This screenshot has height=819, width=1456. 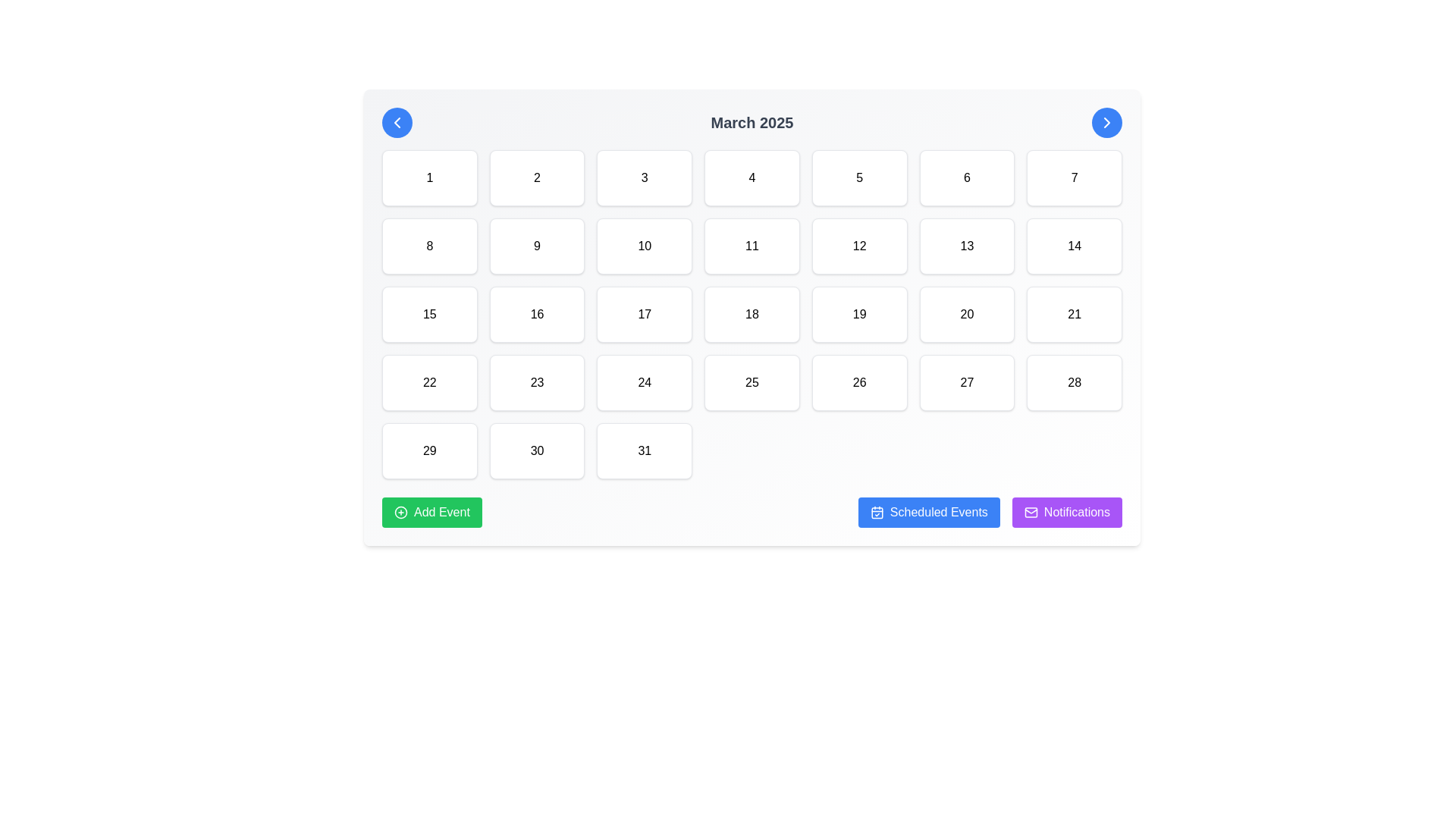 I want to click on the circular blue button with a white right-pointing arrow icon located at the top-right corner of the calendar interface, so click(x=1106, y=122).